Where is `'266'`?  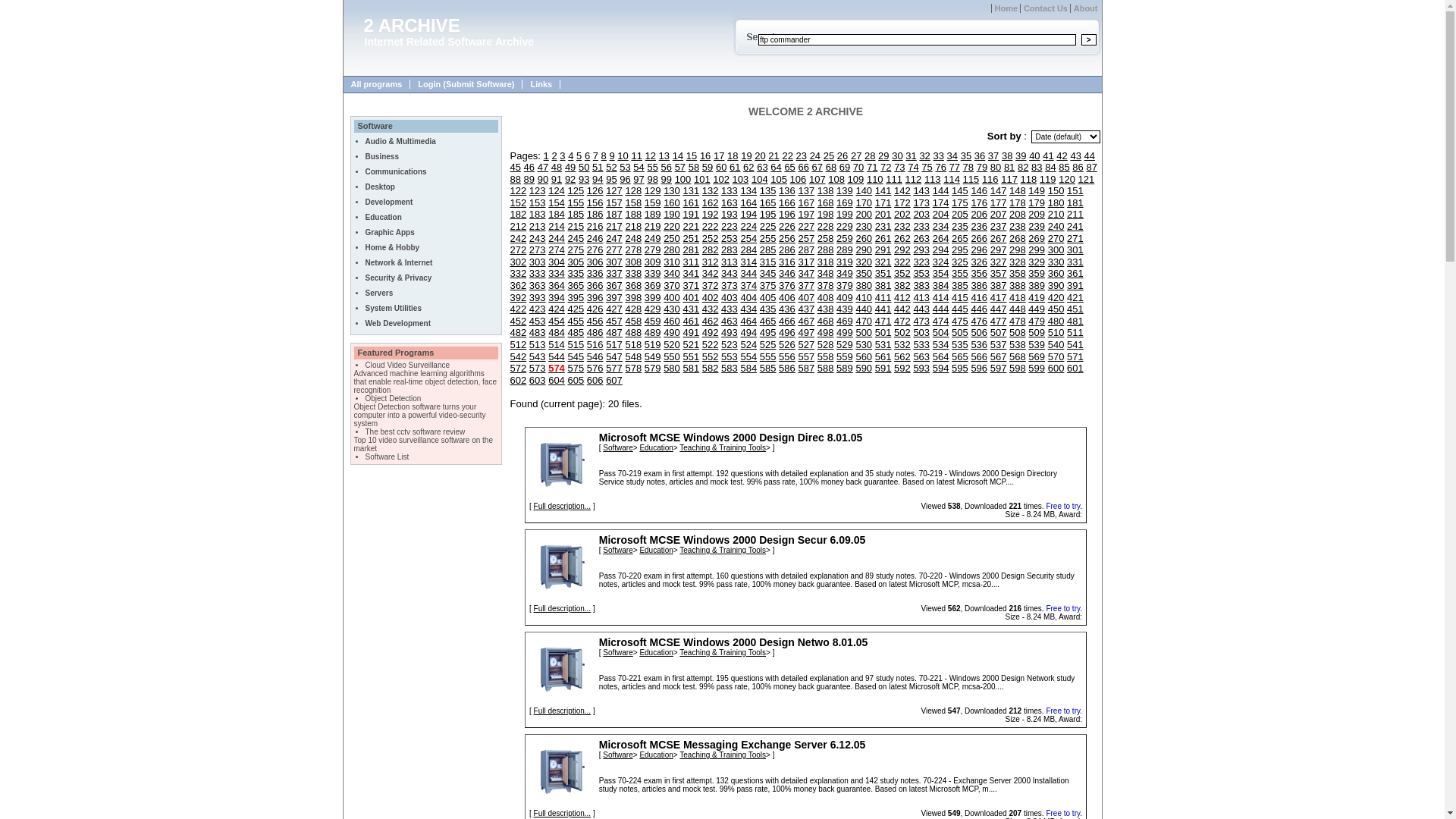
'266' is located at coordinates (971, 238).